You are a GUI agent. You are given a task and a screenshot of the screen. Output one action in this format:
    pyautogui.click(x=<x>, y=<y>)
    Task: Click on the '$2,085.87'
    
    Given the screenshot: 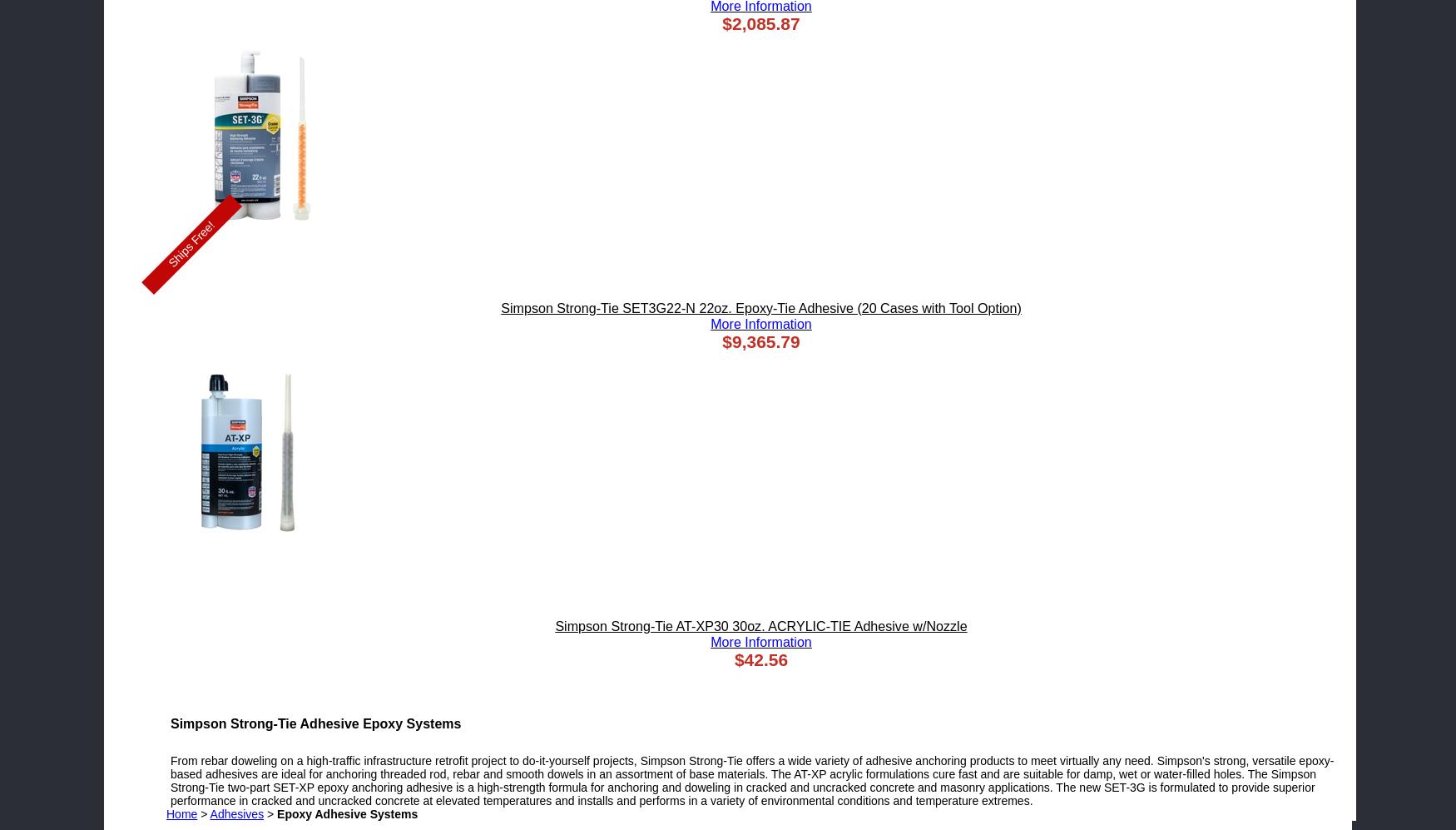 What is the action you would take?
    pyautogui.click(x=760, y=22)
    